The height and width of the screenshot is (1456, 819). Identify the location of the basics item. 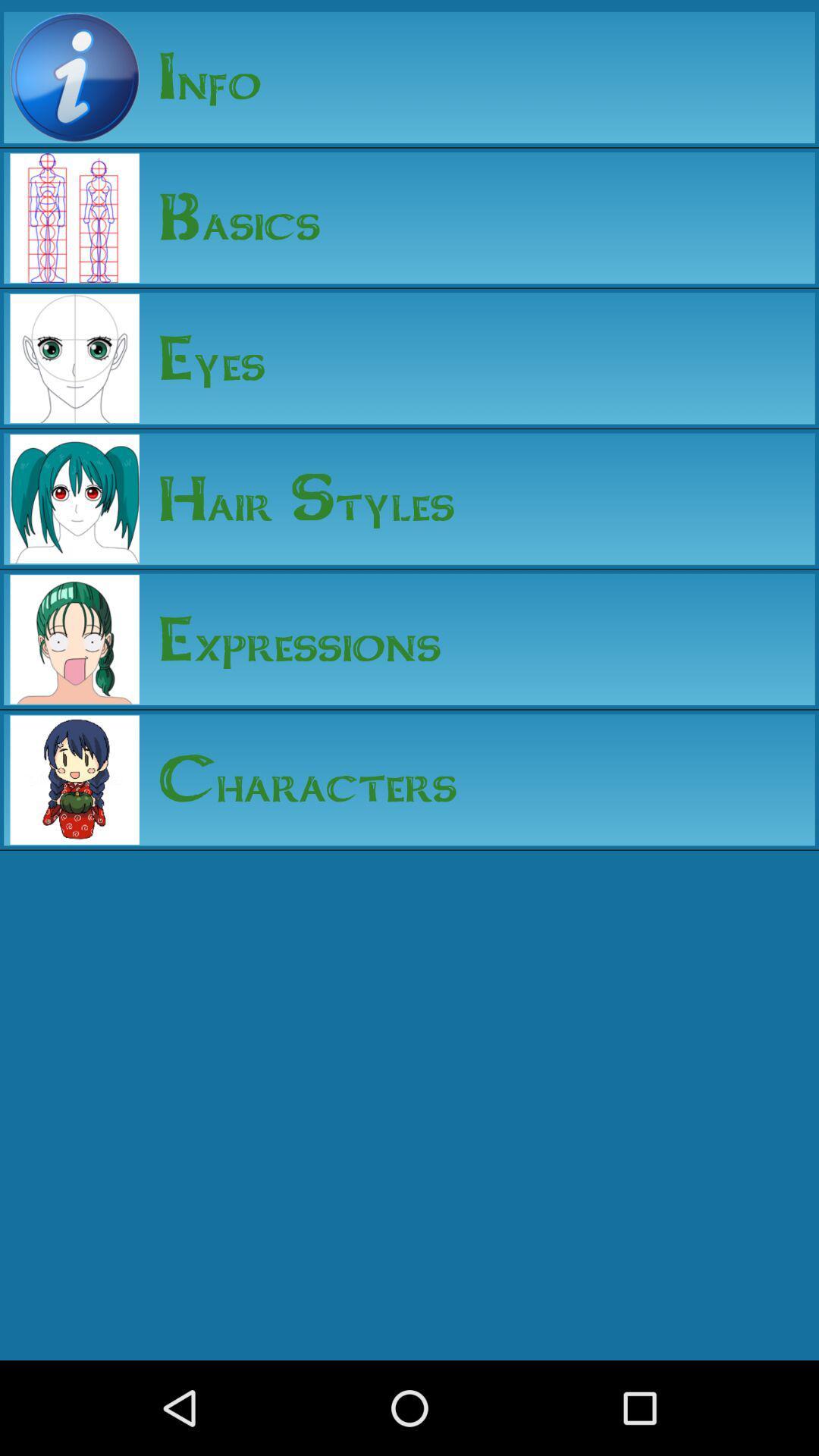
(230, 217).